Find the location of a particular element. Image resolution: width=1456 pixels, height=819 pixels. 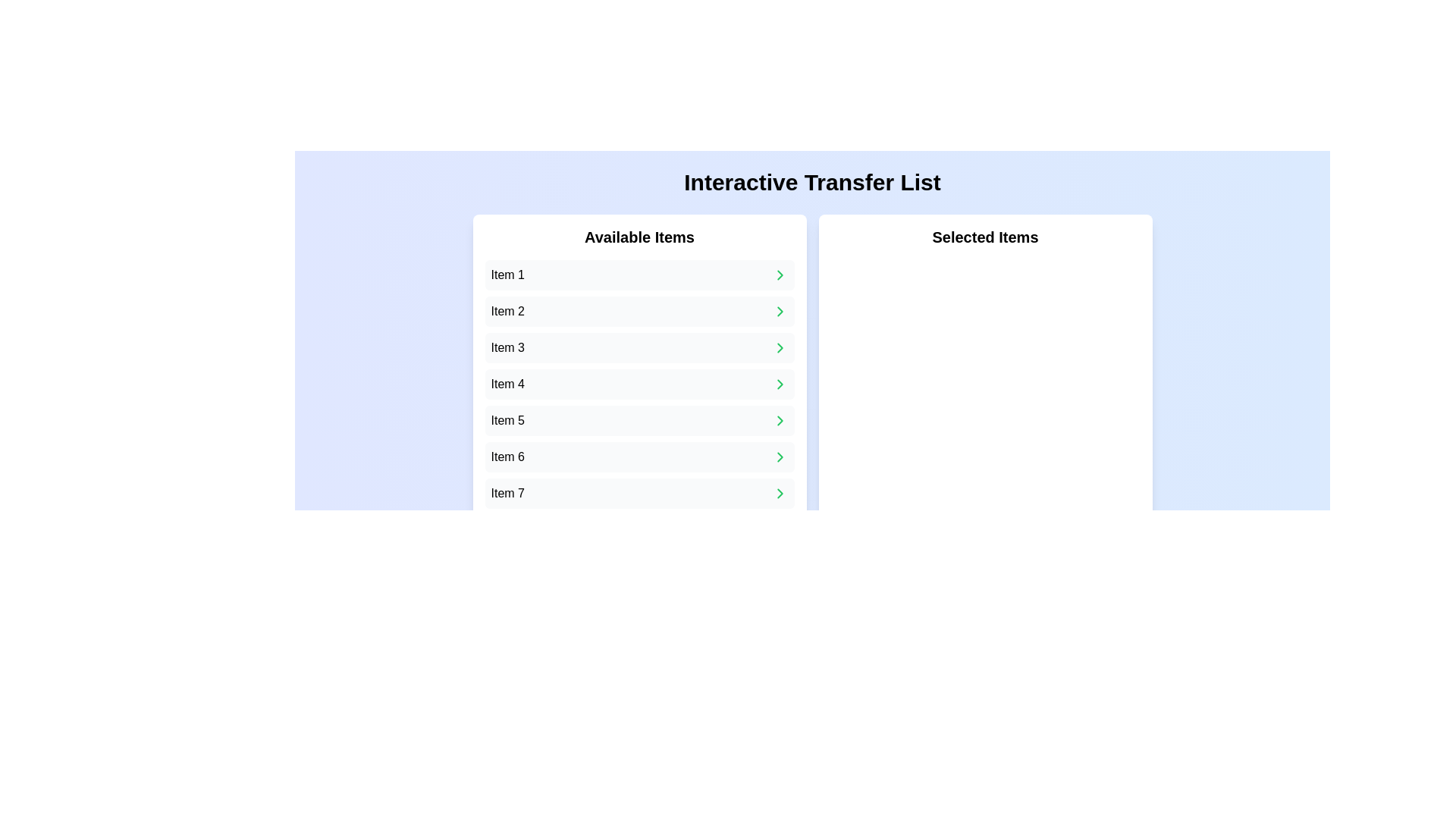

on the 'Item 4' text label is located at coordinates (507, 383).